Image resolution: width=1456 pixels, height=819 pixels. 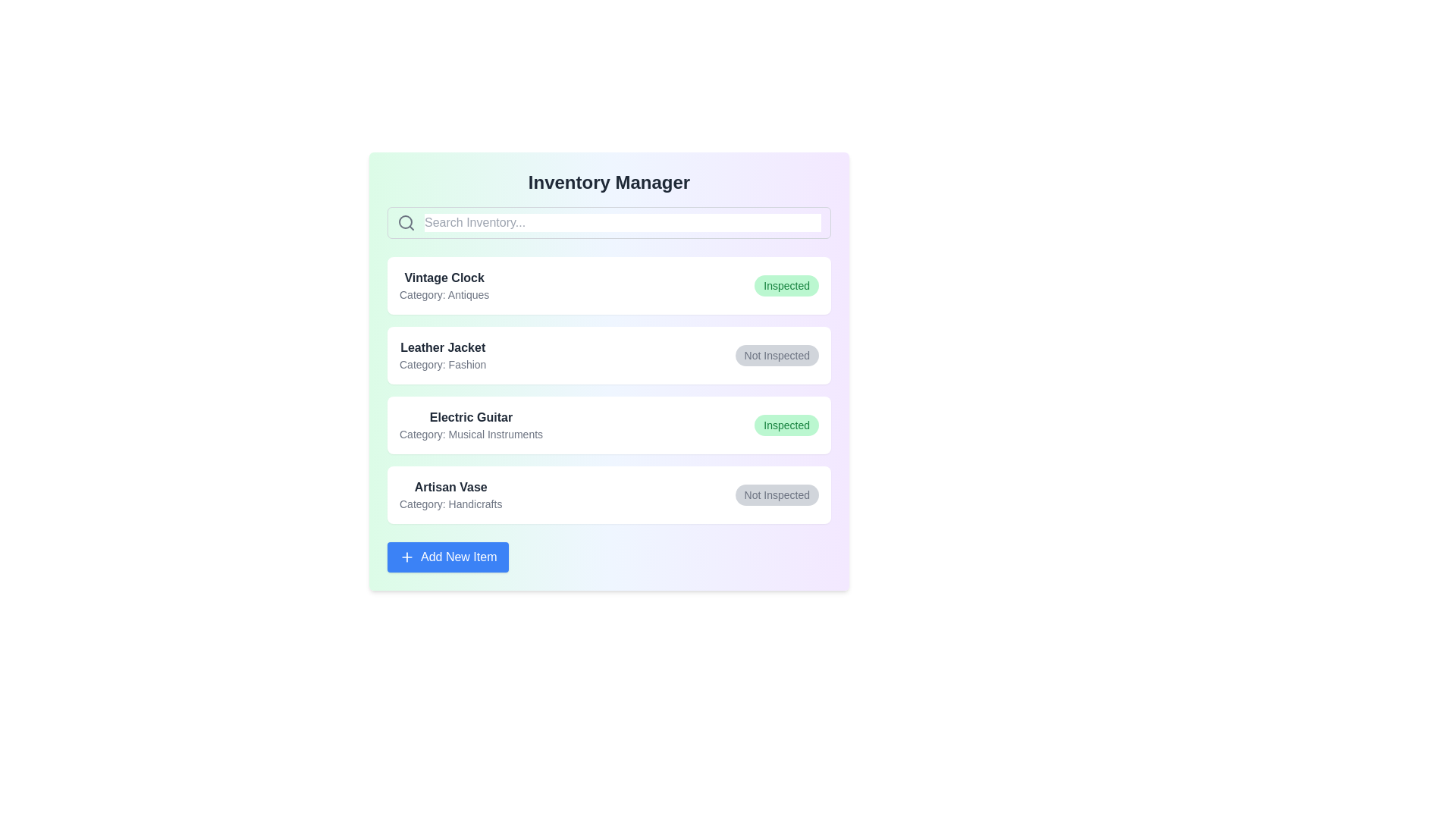 I want to click on the status button of the item labeled 'Artisan Vase', so click(x=777, y=494).